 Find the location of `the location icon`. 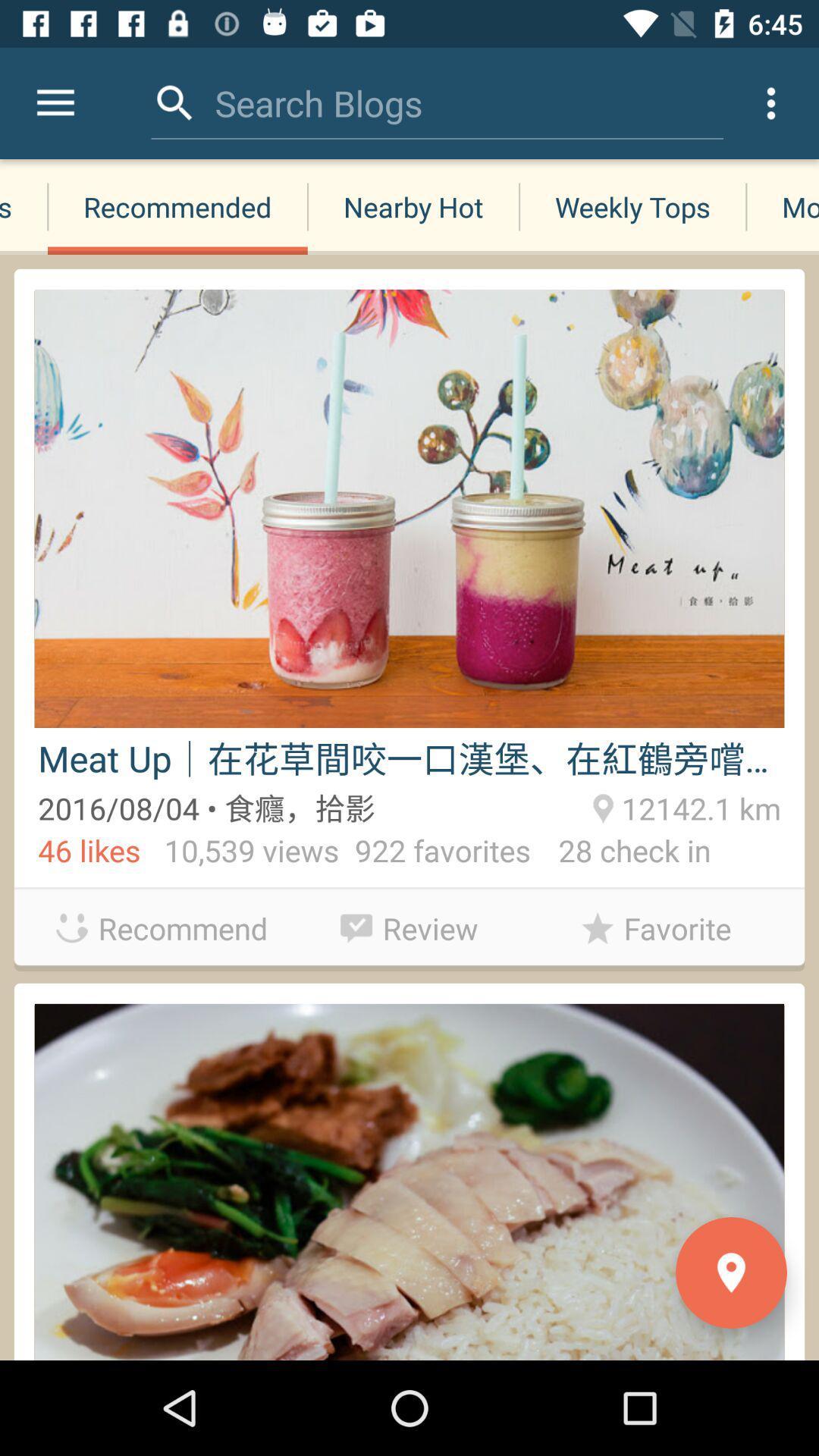

the location icon is located at coordinates (730, 1272).